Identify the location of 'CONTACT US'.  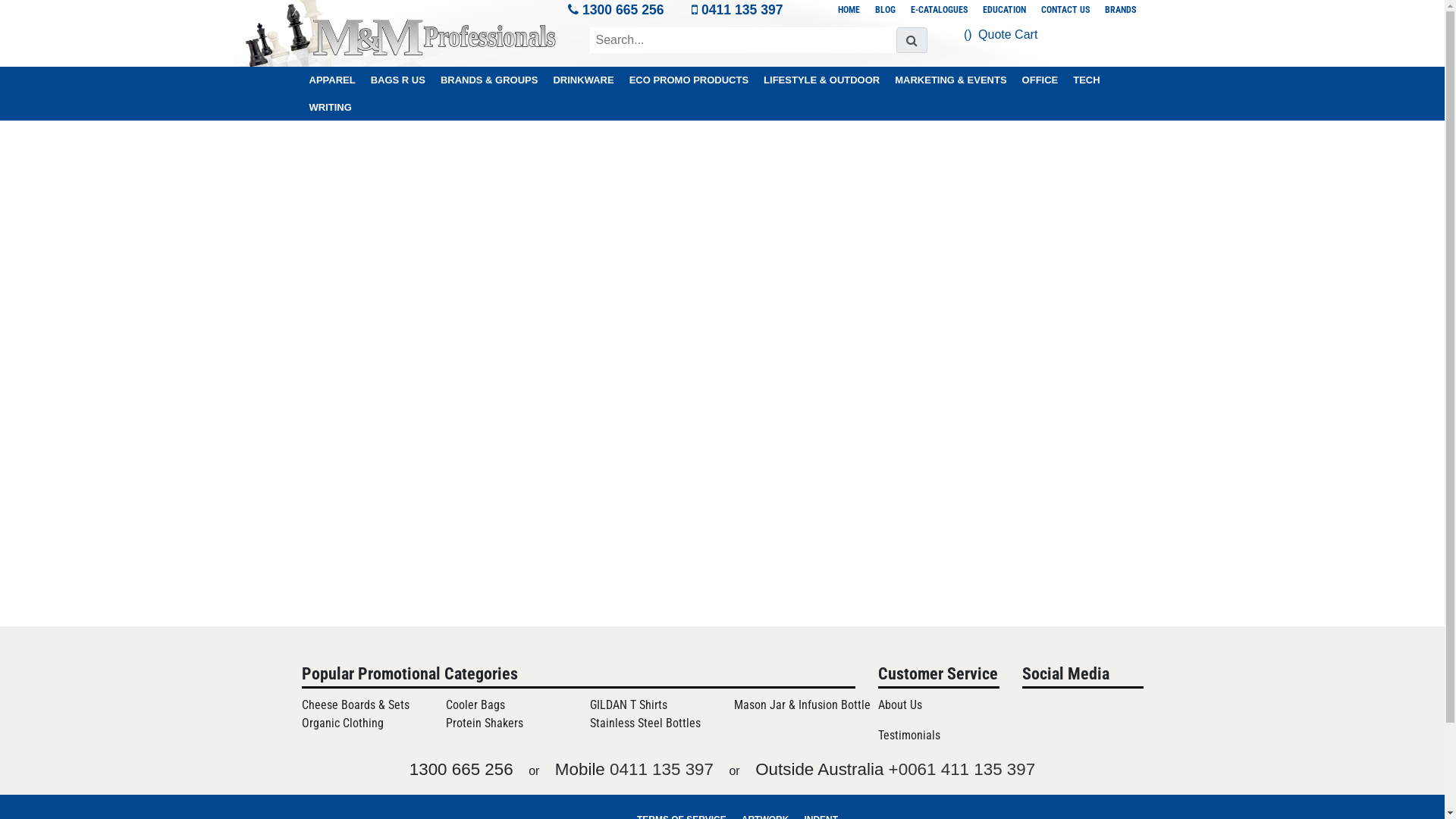
(1063, 9).